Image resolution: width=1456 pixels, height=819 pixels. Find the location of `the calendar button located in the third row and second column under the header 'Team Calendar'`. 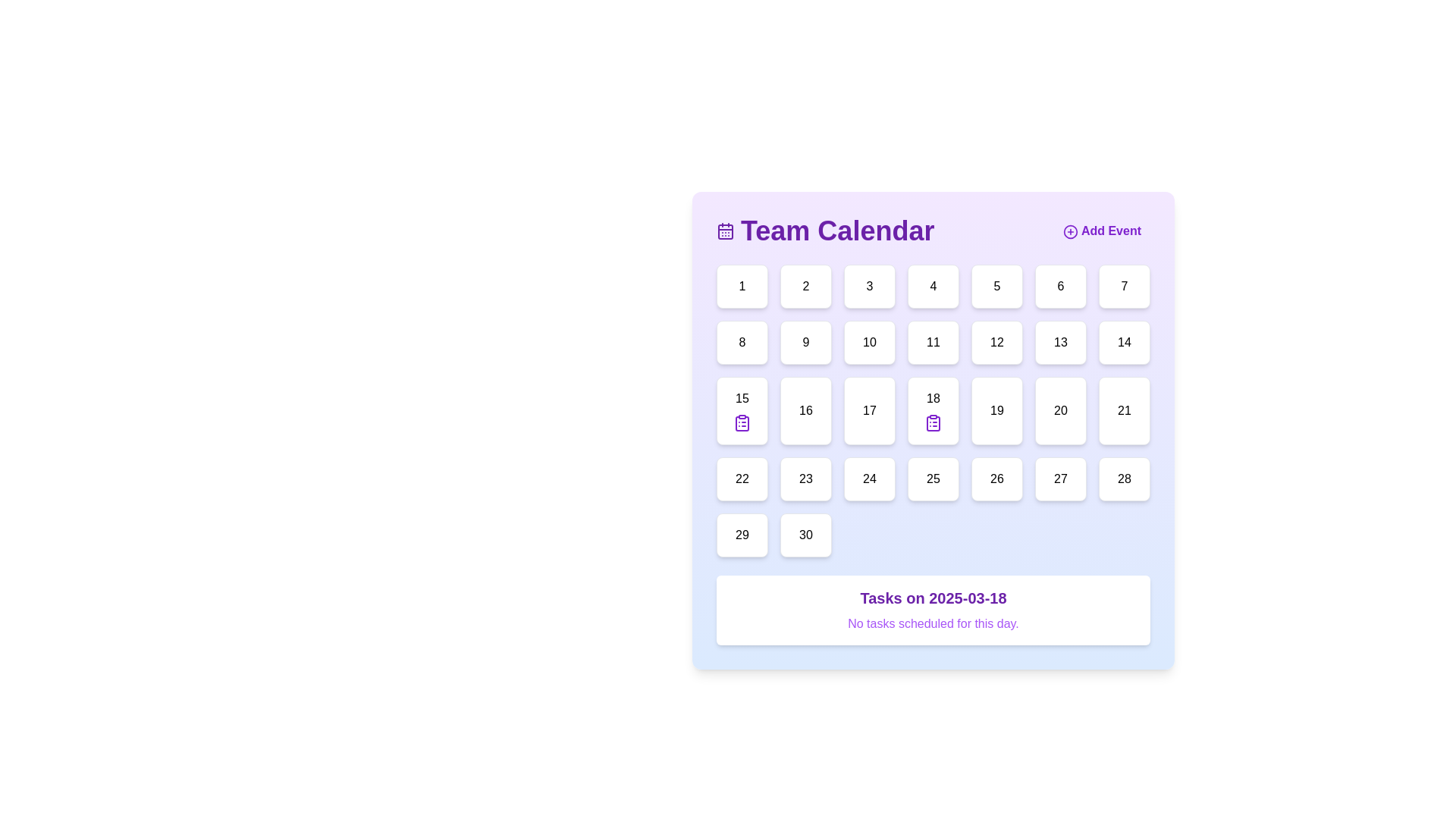

the calendar button located in the third row and second column under the header 'Team Calendar' is located at coordinates (805, 411).